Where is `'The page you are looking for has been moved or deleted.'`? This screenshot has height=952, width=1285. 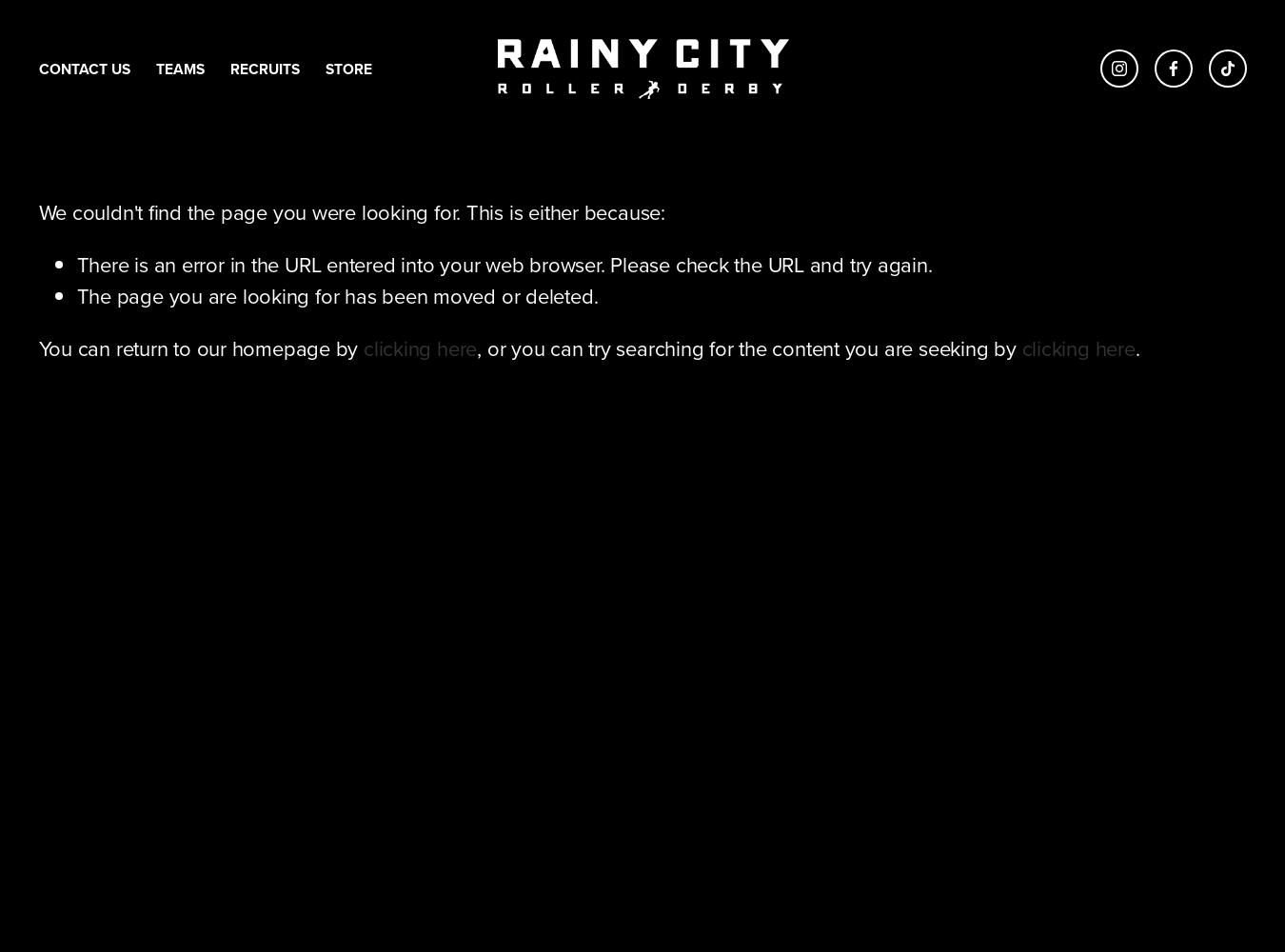
'The page you are looking for has been moved or deleted.' is located at coordinates (336, 296).